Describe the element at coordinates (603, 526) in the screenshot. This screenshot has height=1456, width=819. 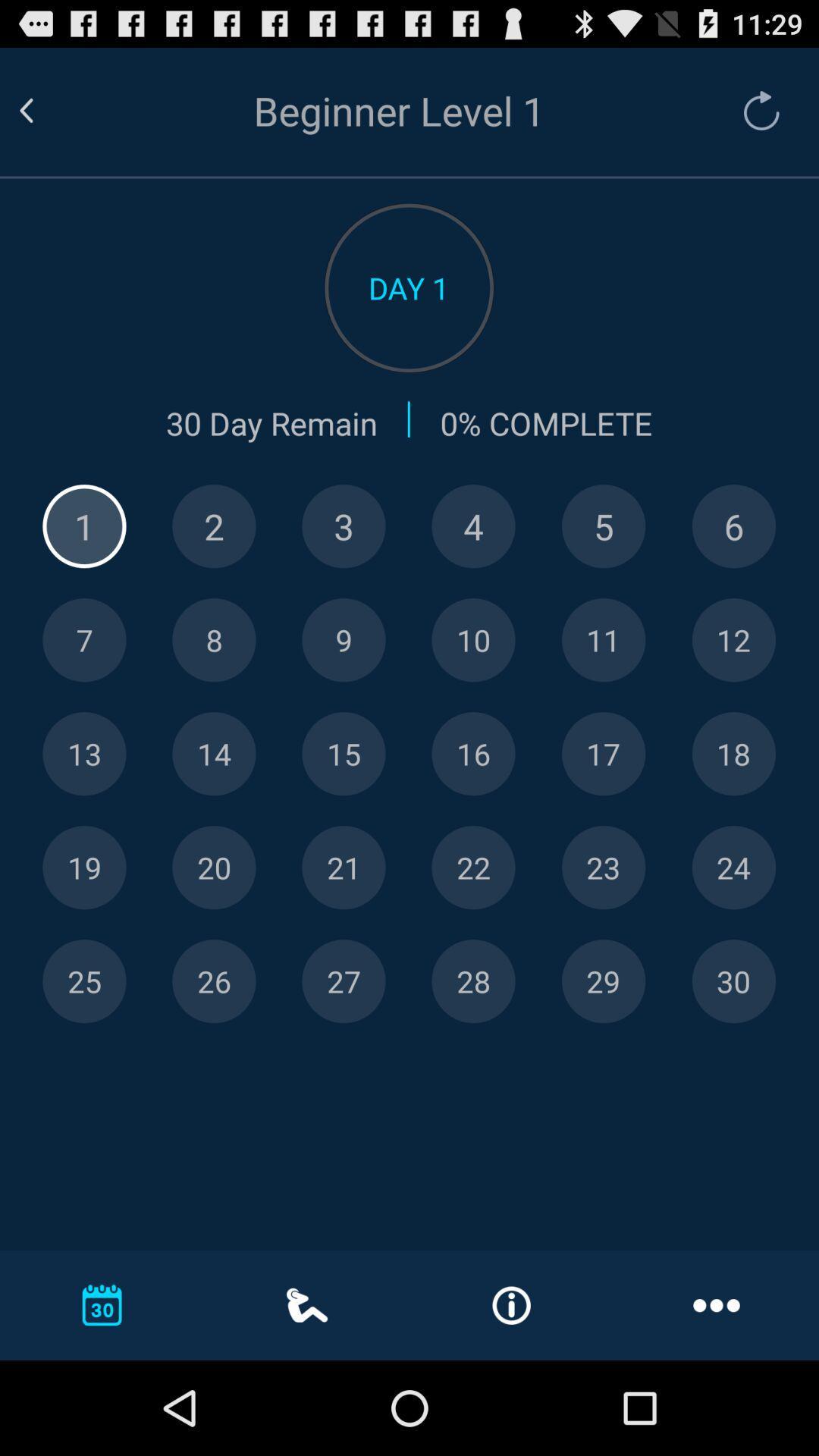
I see `progress button` at that location.